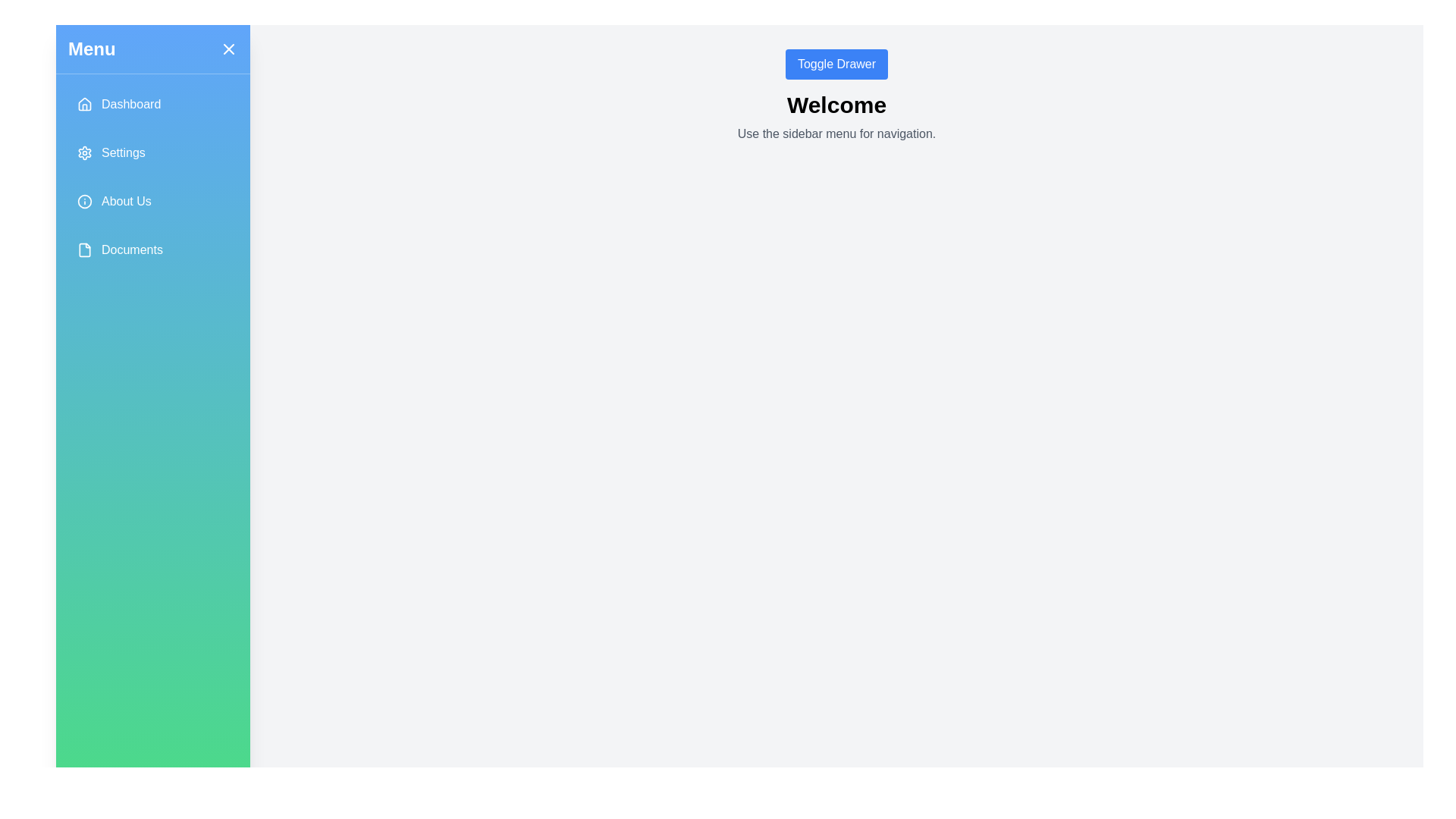  I want to click on the menu item labeled Documents, so click(152, 249).